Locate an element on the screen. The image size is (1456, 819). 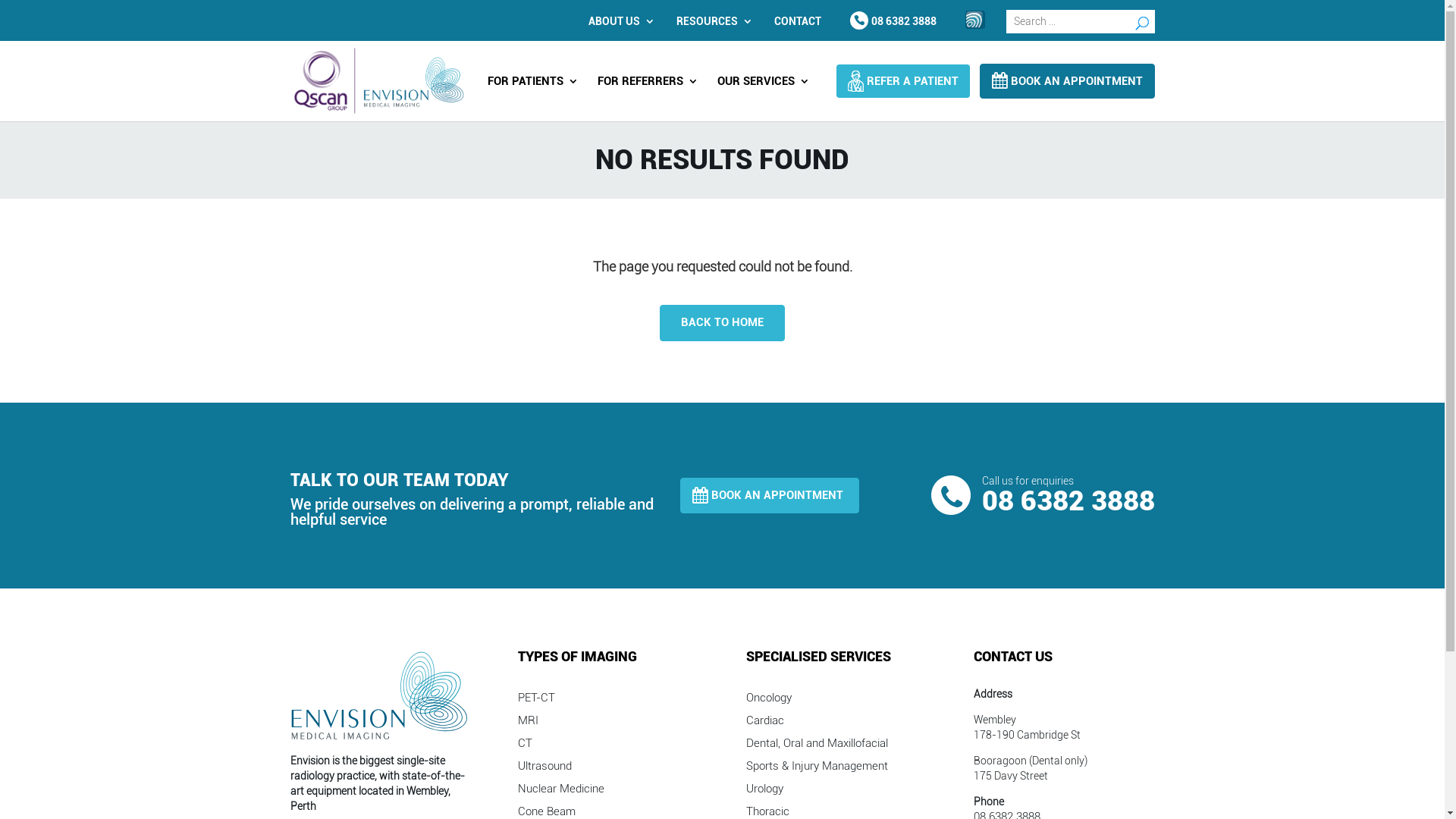
'ABOUT US' is located at coordinates (618, 20).